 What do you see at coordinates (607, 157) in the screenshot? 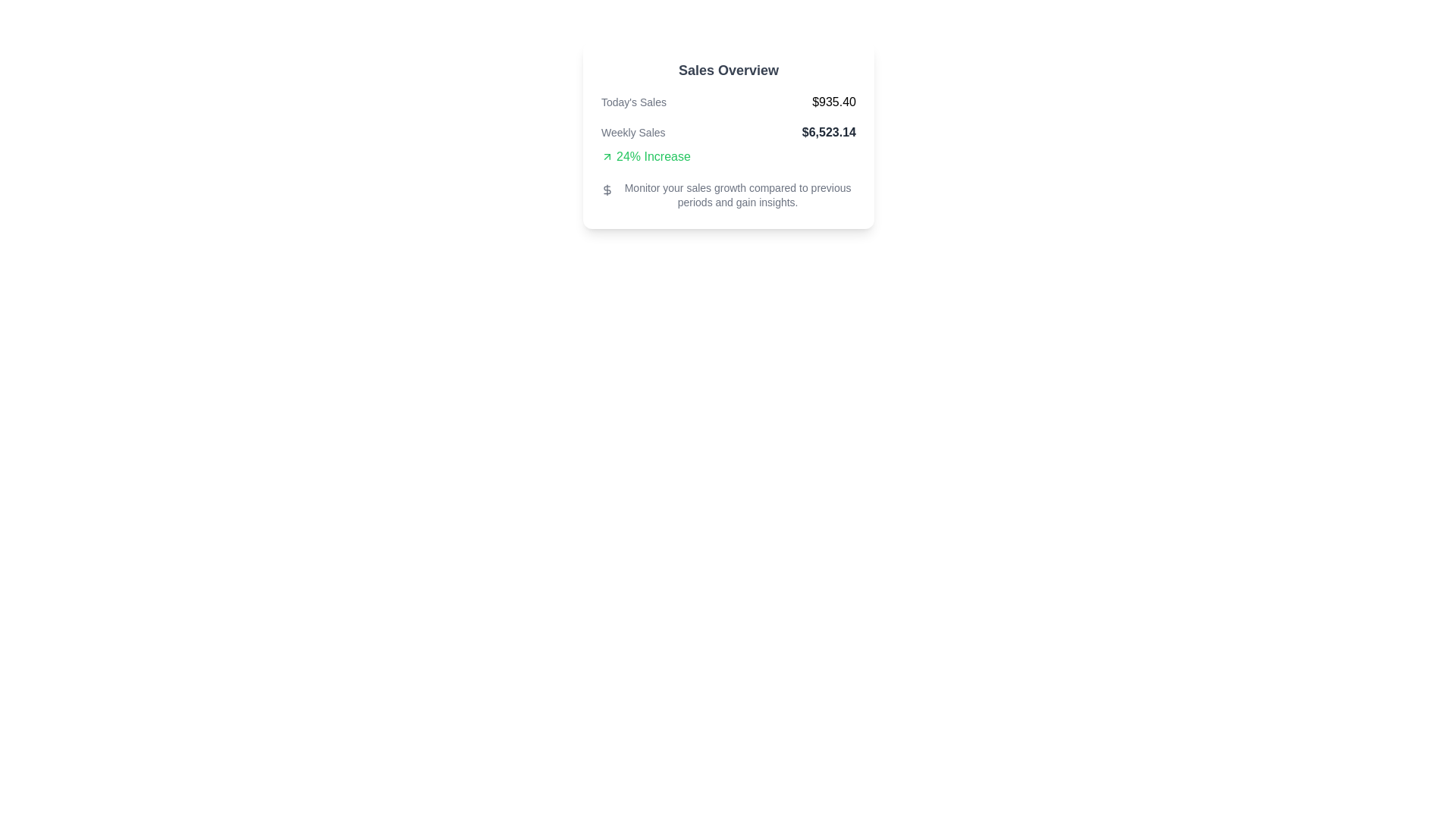
I see `the upward trend icon located to the left of the '24% Increase' text, which visually communicates a positive increase in sales data` at bounding box center [607, 157].